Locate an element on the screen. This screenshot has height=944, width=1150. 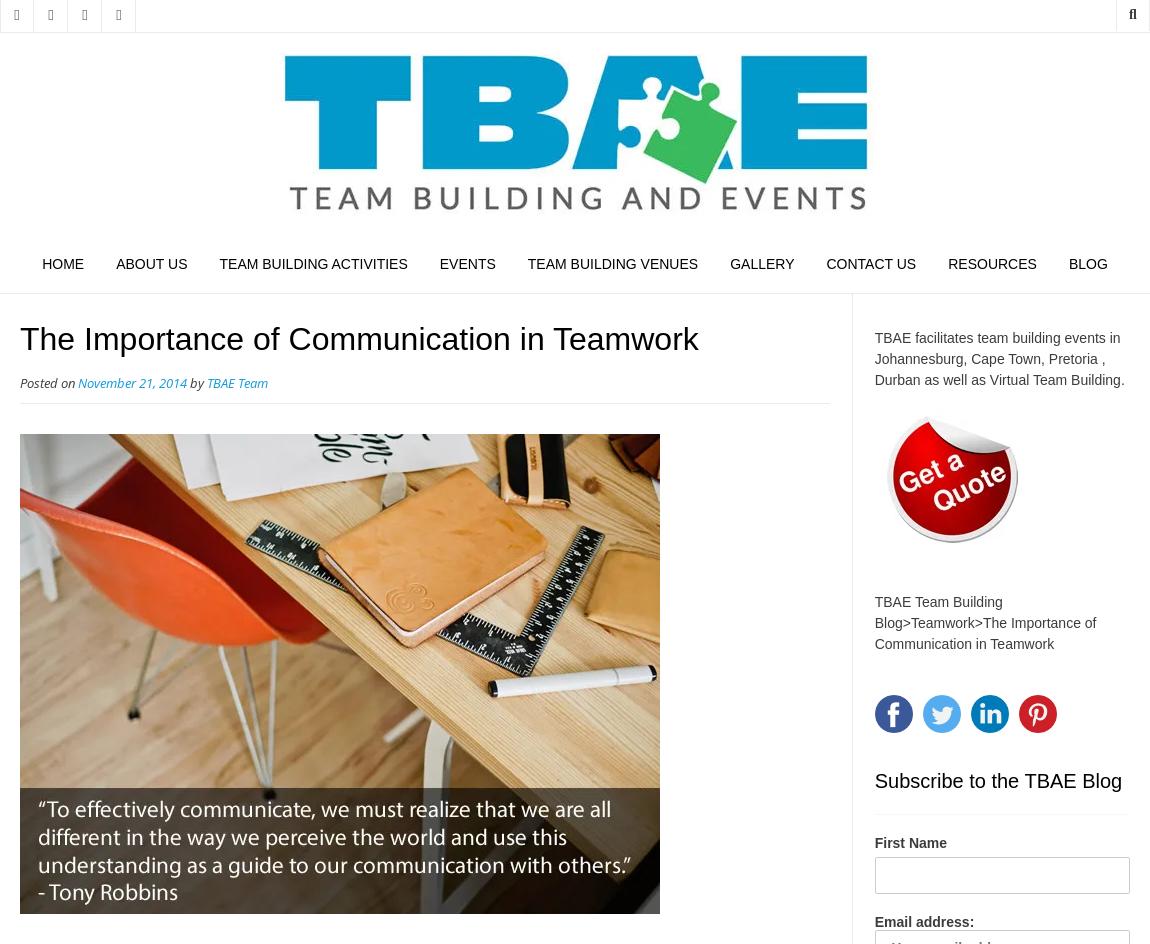
'Johannesburg' is located at coordinates (874, 357).